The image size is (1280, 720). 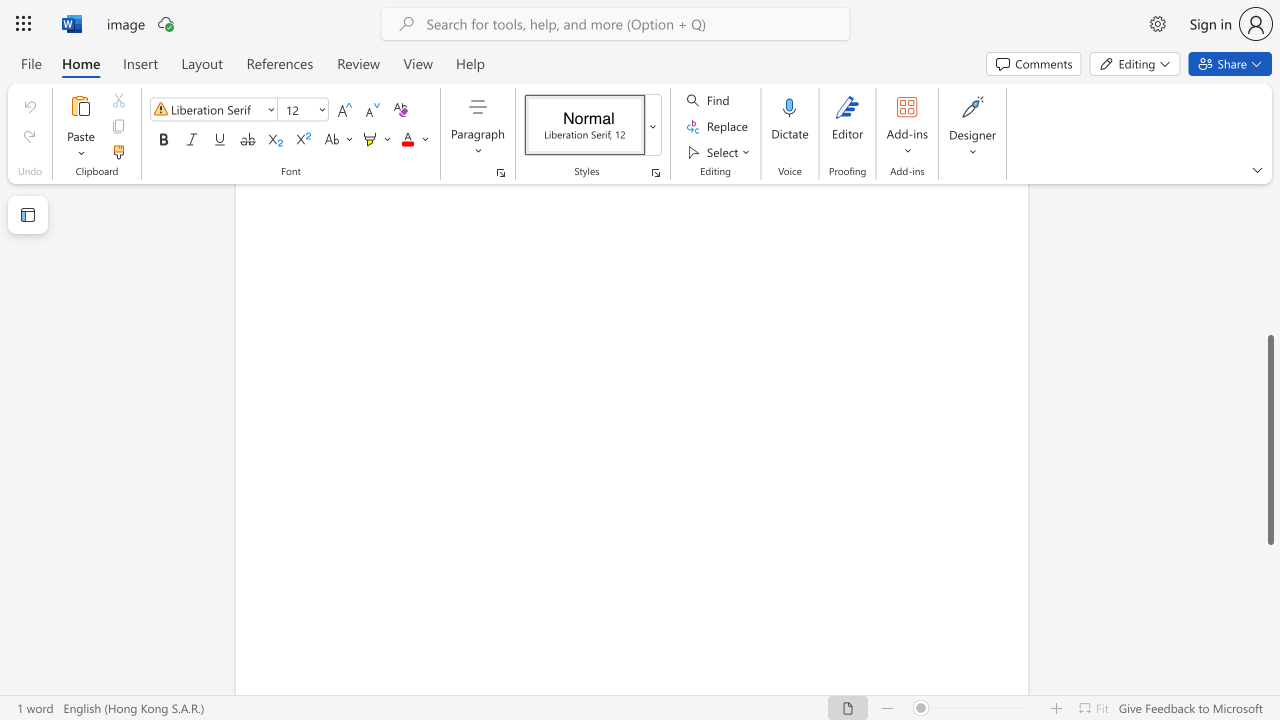 I want to click on the scrollbar on the right side to scroll the page up, so click(x=1269, y=228).